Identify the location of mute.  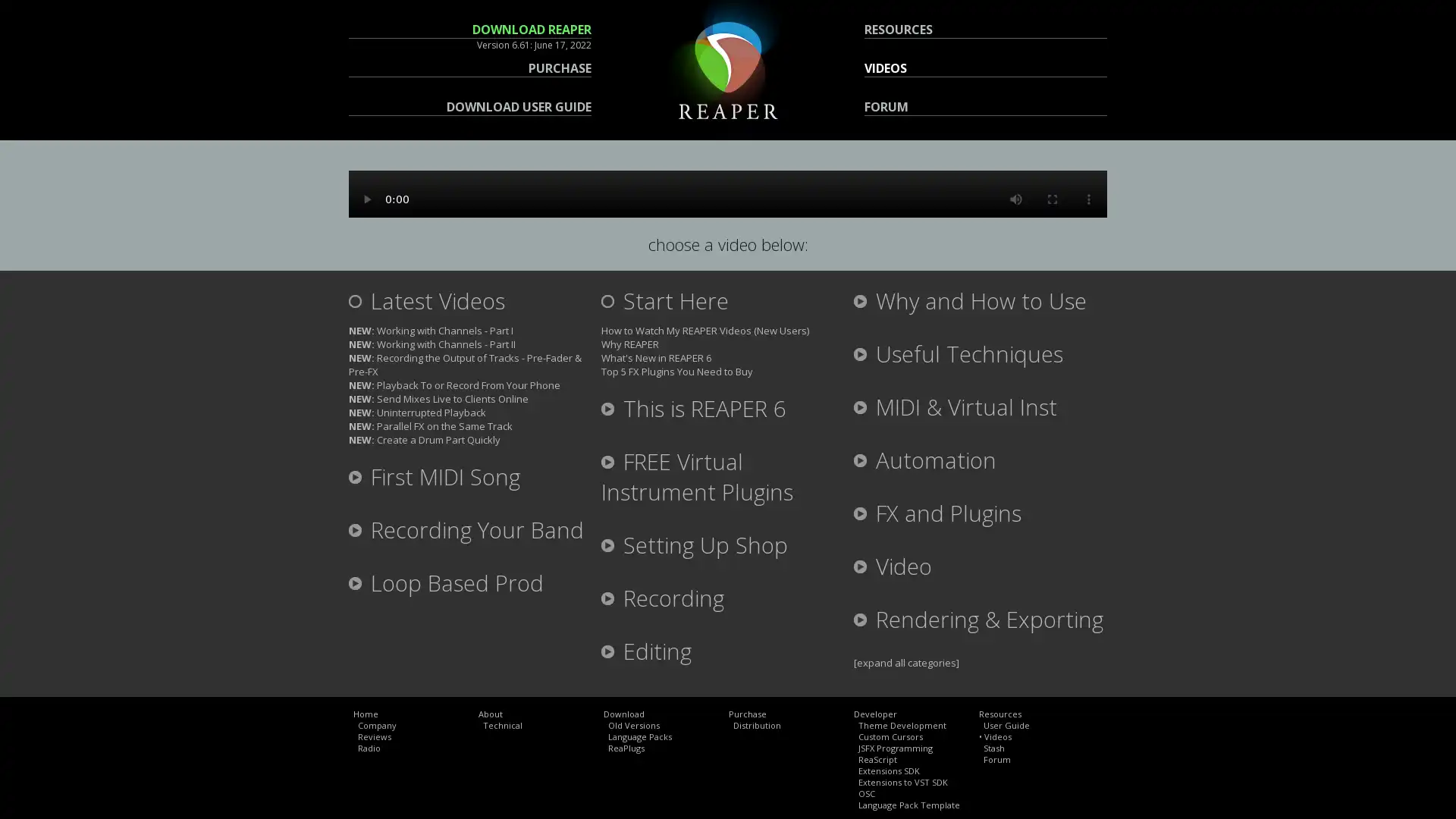
(1015, 198).